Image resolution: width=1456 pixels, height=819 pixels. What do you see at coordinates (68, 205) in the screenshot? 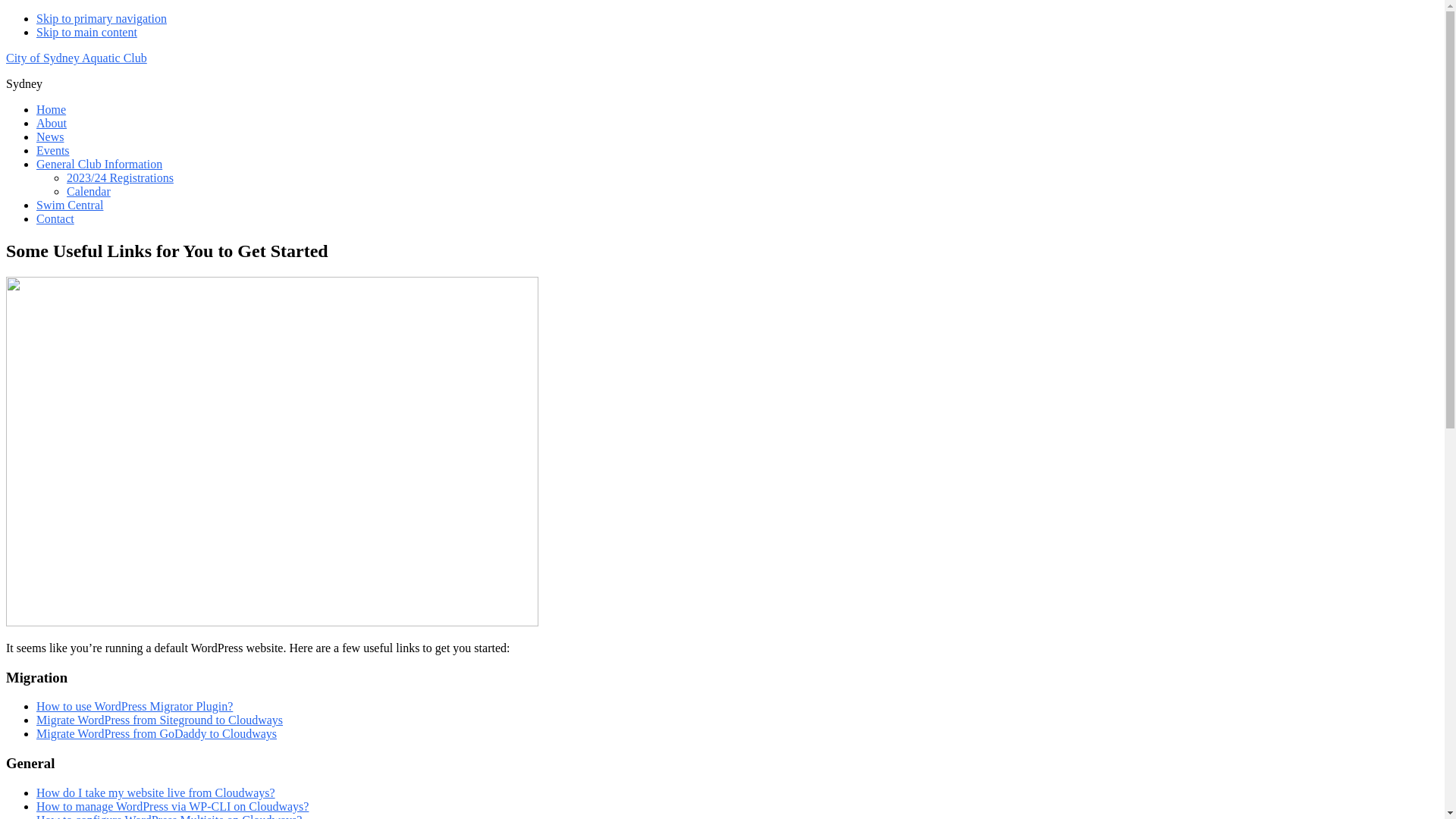
I see `'Swim Central'` at bounding box center [68, 205].